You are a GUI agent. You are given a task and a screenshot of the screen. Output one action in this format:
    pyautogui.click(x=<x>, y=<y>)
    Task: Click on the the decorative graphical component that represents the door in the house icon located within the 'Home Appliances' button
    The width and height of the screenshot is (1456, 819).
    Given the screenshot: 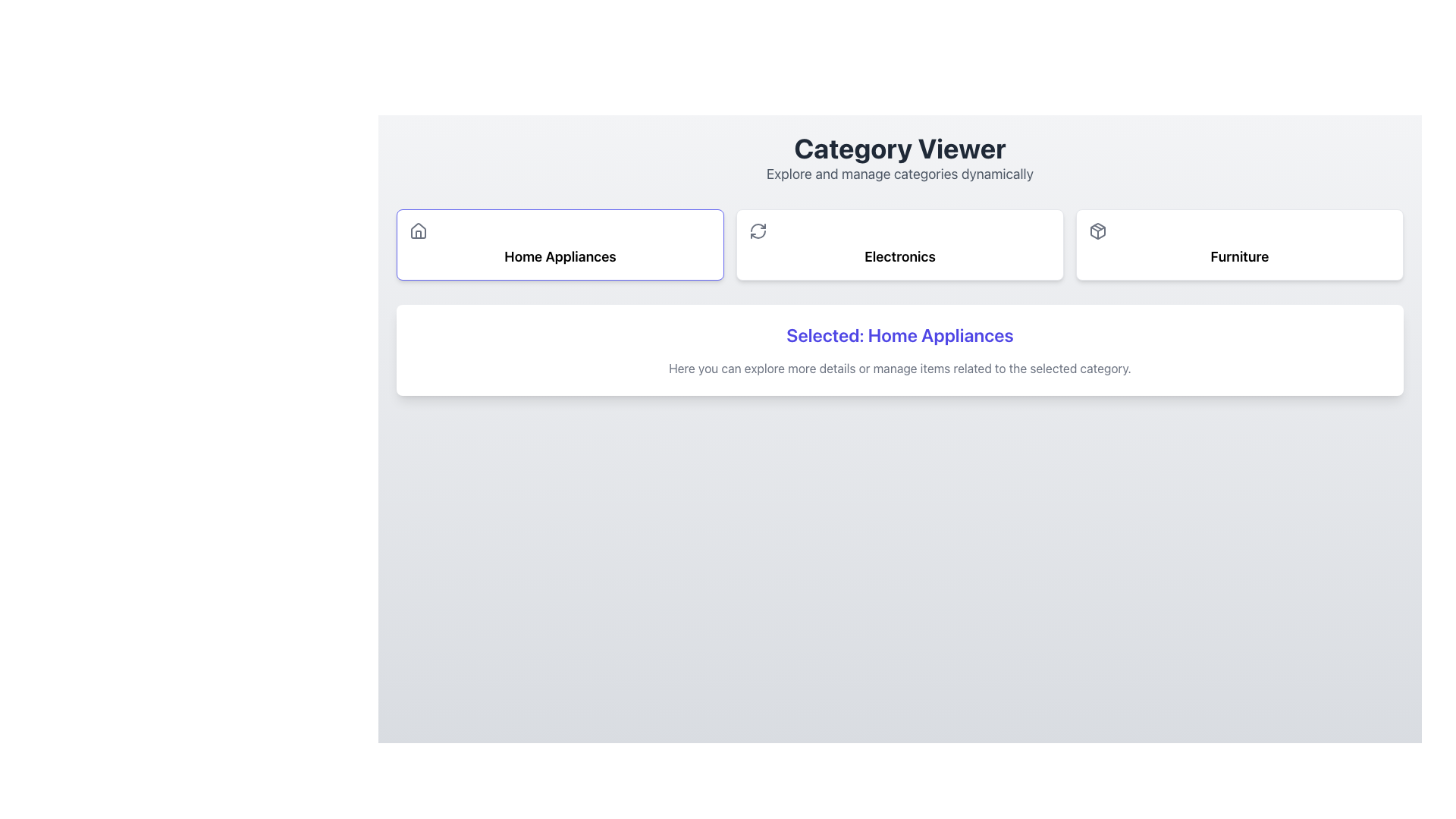 What is the action you would take?
    pyautogui.click(x=419, y=234)
    